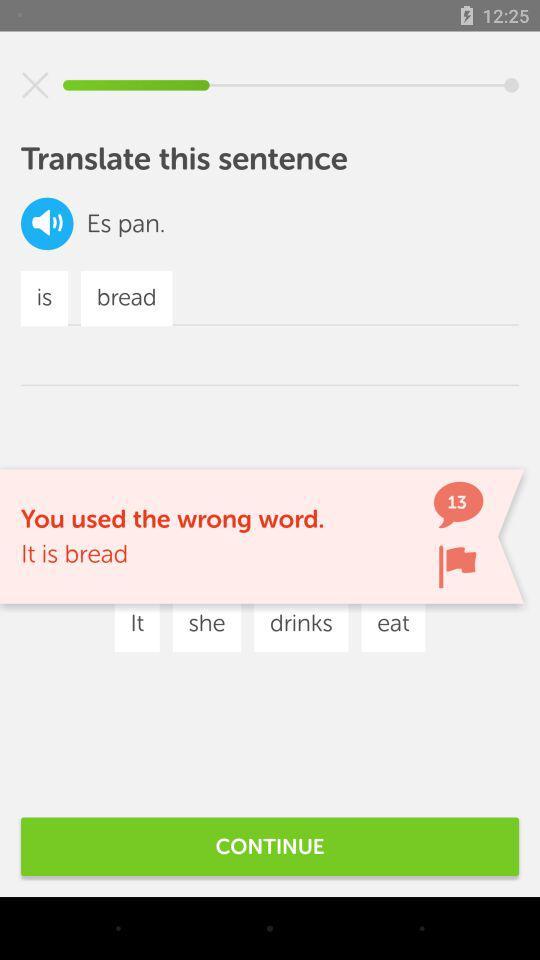 Image resolution: width=540 pixels, height=960 pixels. Describe the element at coordinates (35, 85) in the screenshot. I see `out` at that location.